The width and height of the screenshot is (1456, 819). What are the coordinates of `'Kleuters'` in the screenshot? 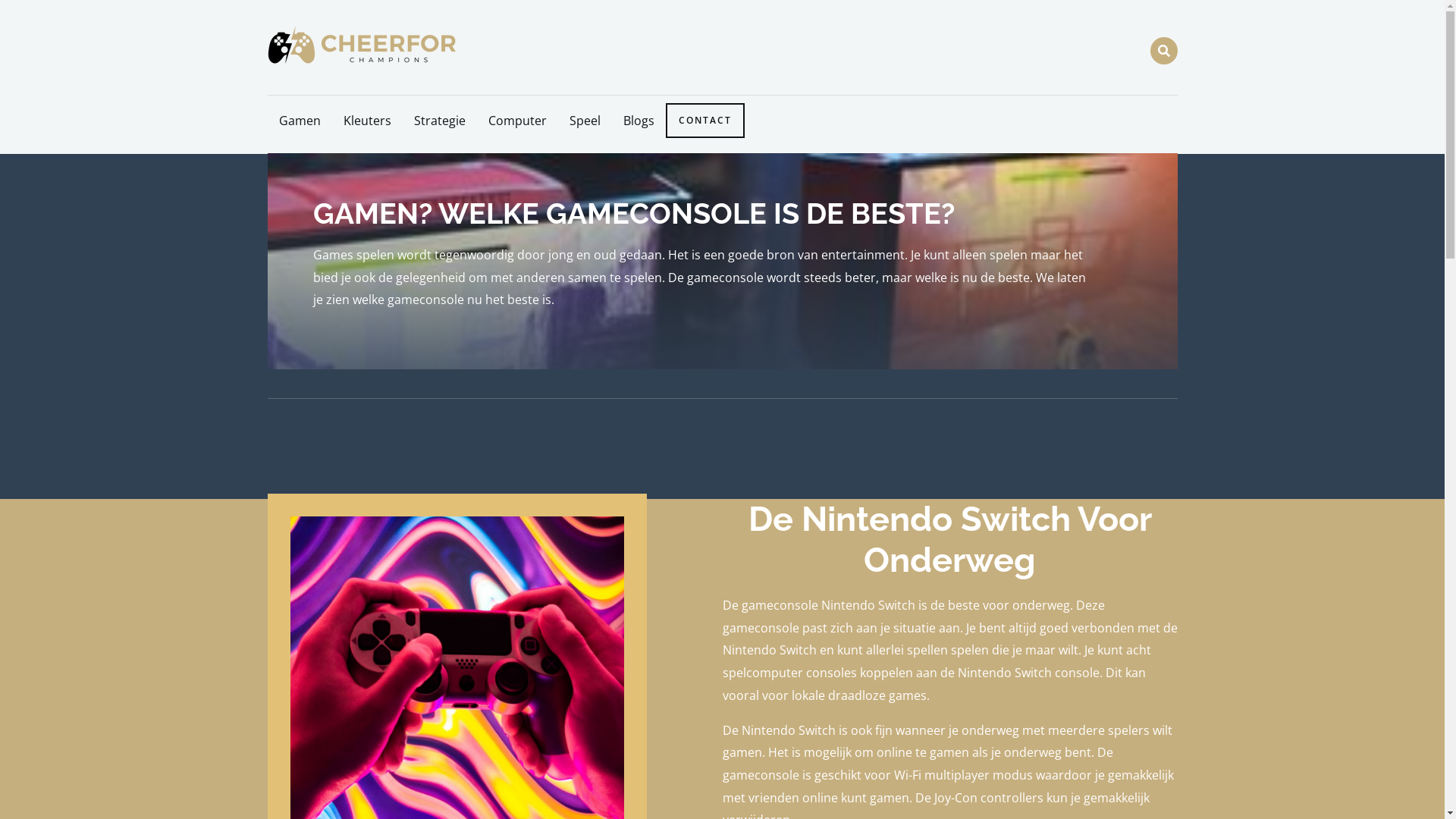 It's located at (367, 119).